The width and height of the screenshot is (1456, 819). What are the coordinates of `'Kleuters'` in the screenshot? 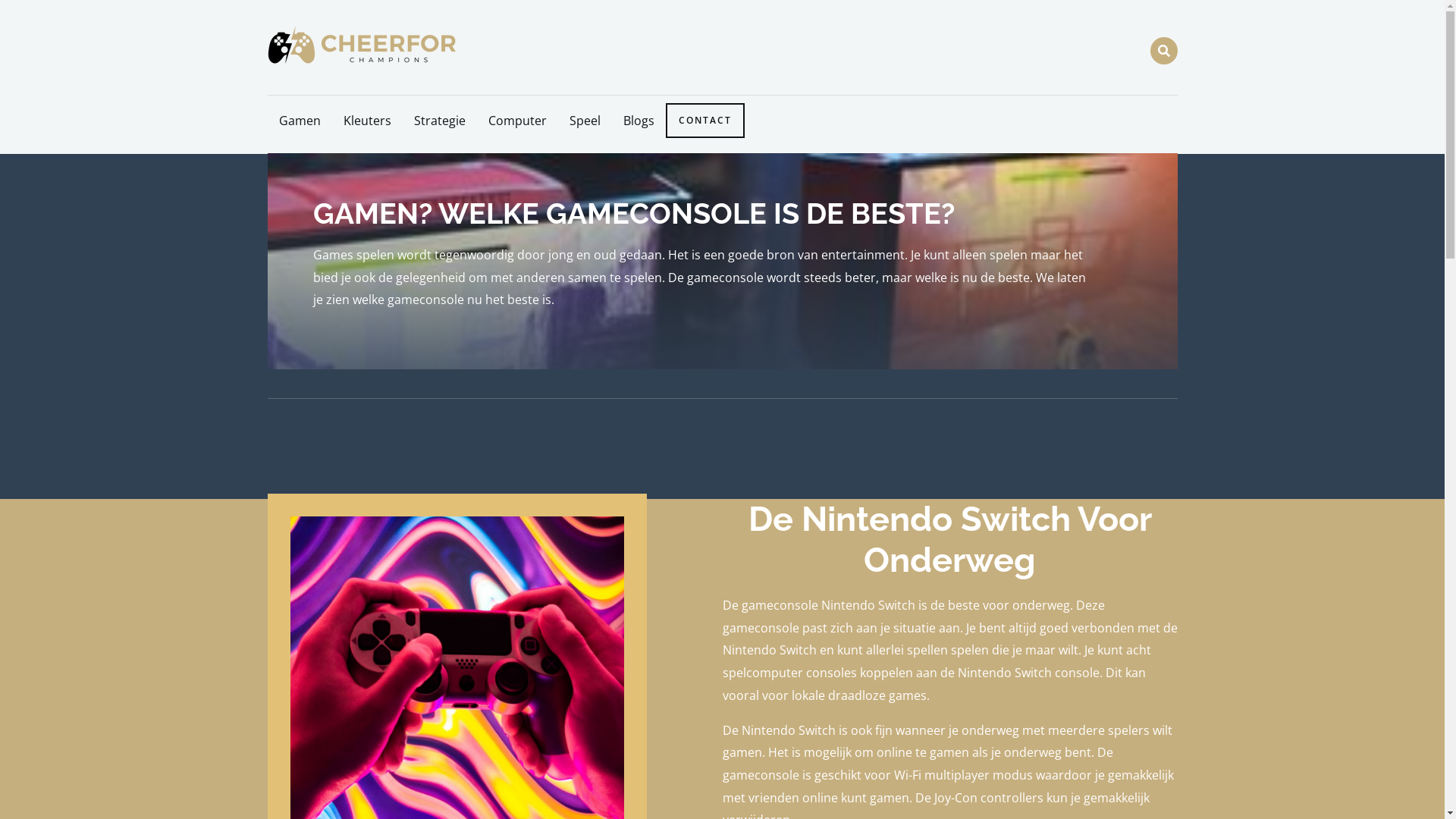 It's located at (367, 119).